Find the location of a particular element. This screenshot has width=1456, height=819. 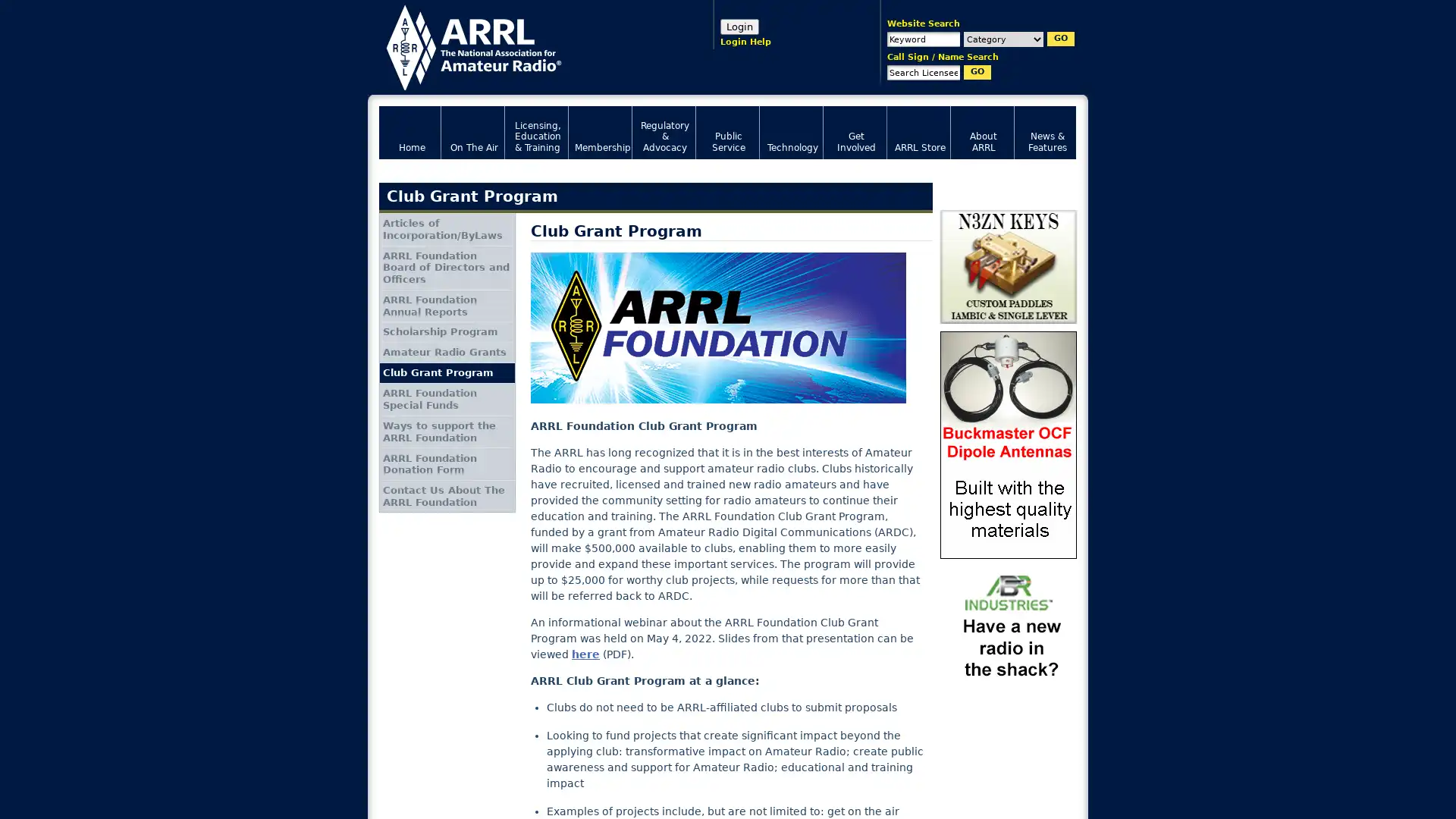

GO is located at coordinates (1059, 38).